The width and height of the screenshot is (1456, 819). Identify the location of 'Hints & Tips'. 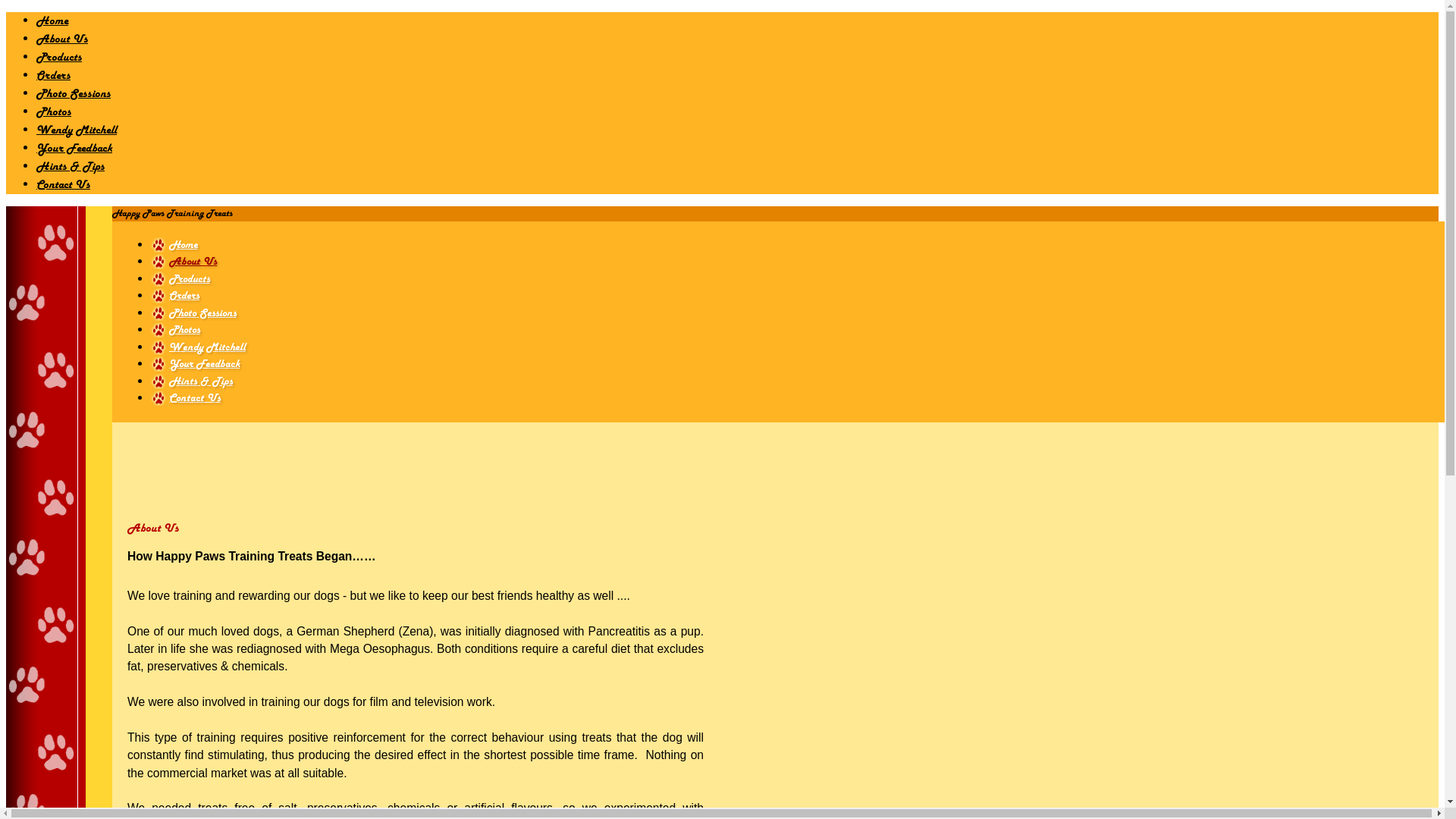
(190, 379).